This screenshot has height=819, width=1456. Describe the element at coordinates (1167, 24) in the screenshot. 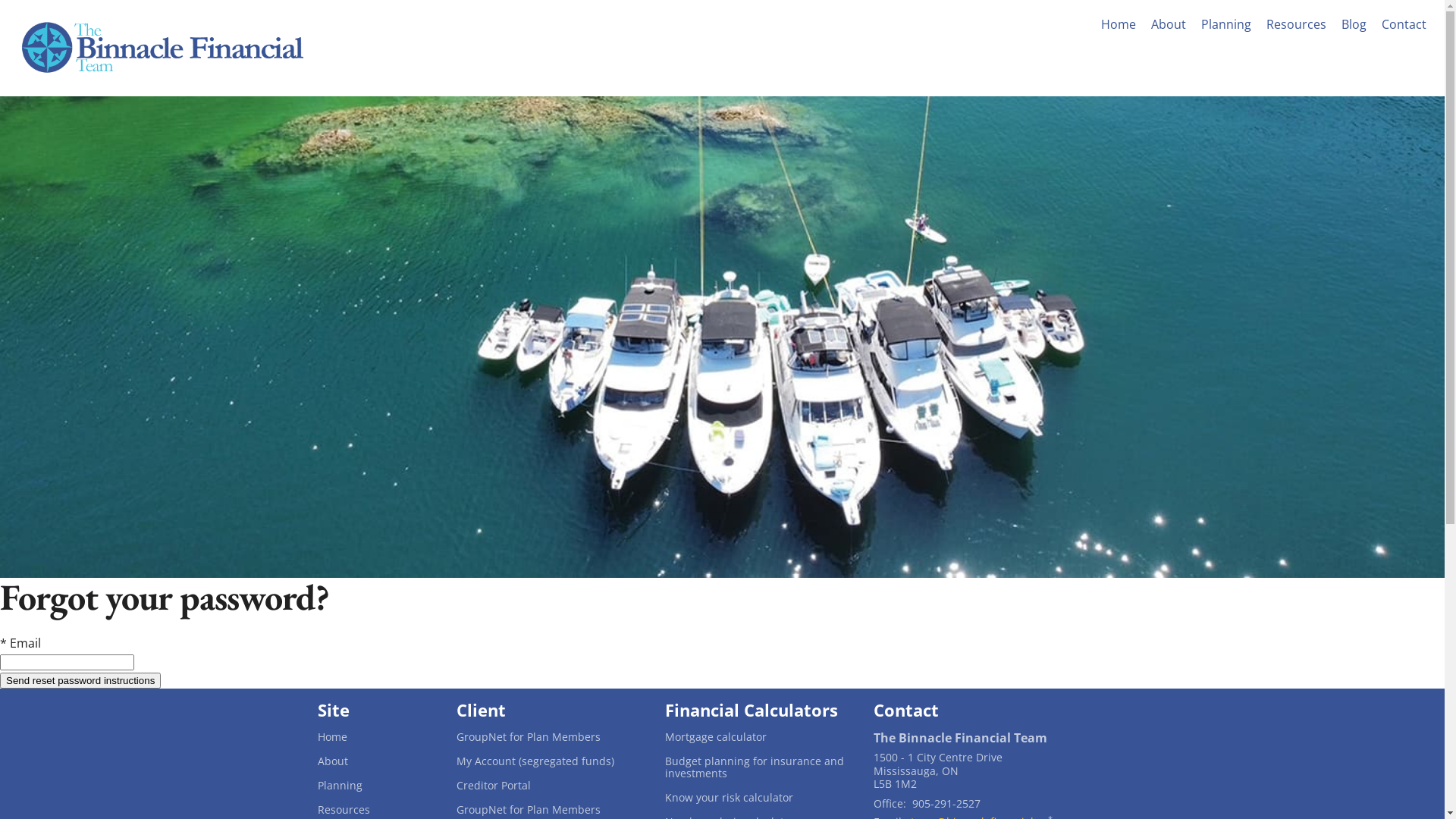

I see `'About'` at that location.